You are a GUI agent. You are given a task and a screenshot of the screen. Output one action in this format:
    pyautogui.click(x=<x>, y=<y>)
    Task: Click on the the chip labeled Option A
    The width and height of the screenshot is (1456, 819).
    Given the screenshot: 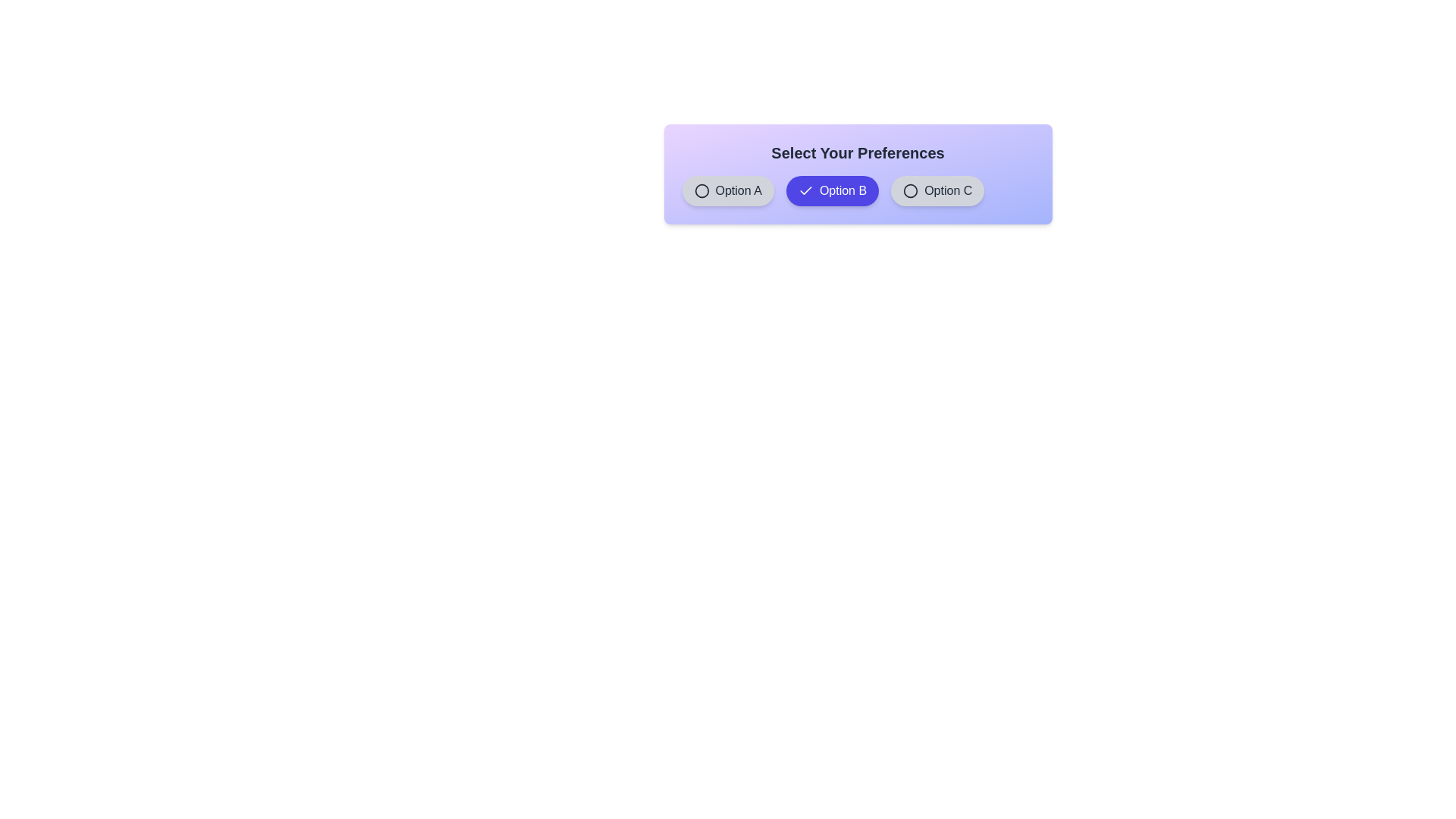 What is the action you would take?
    pyautogui.click(x=728, y=190)
    